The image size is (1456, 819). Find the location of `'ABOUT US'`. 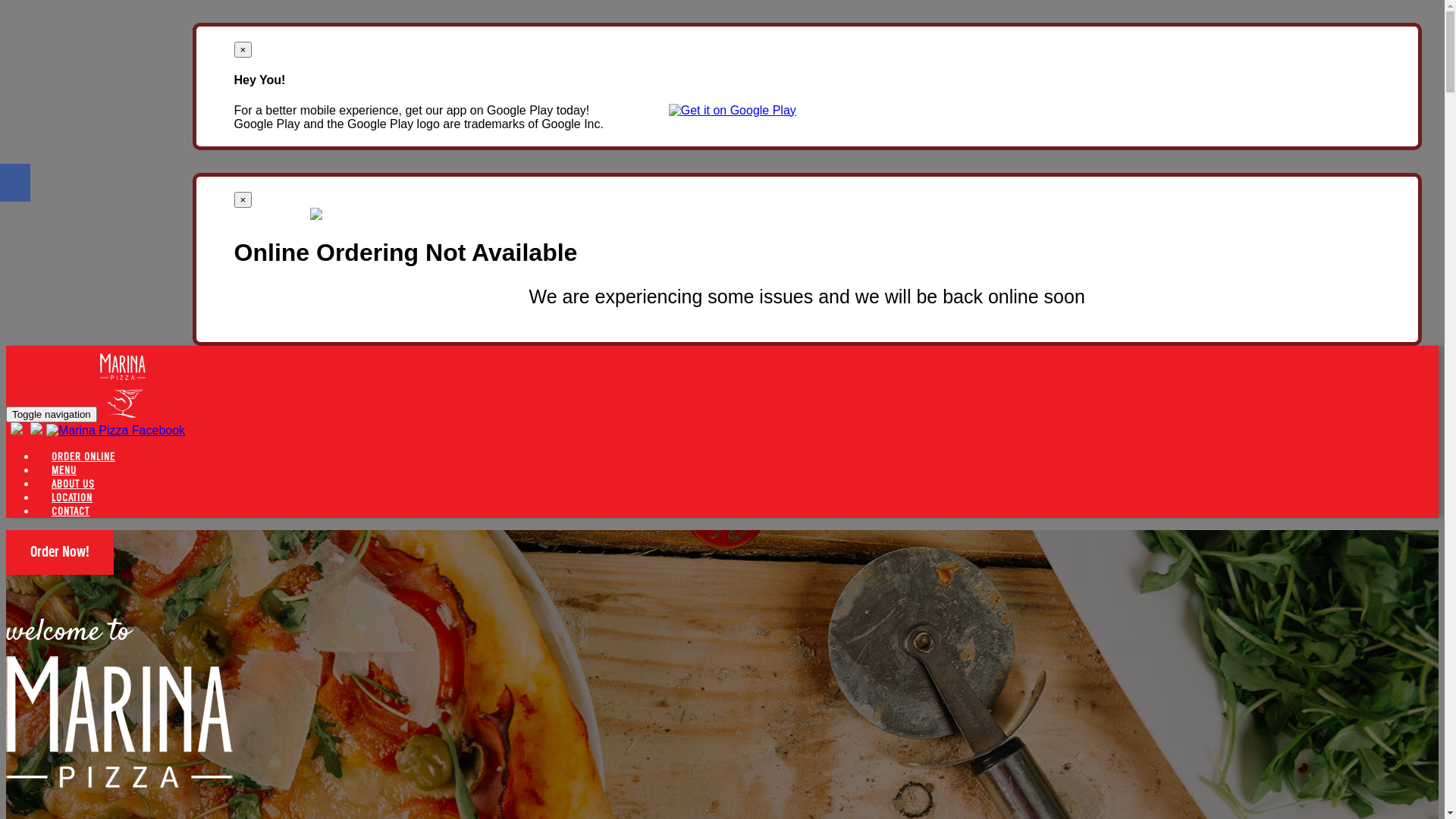

'ABOUT US' is located at coordinates (36, 483).